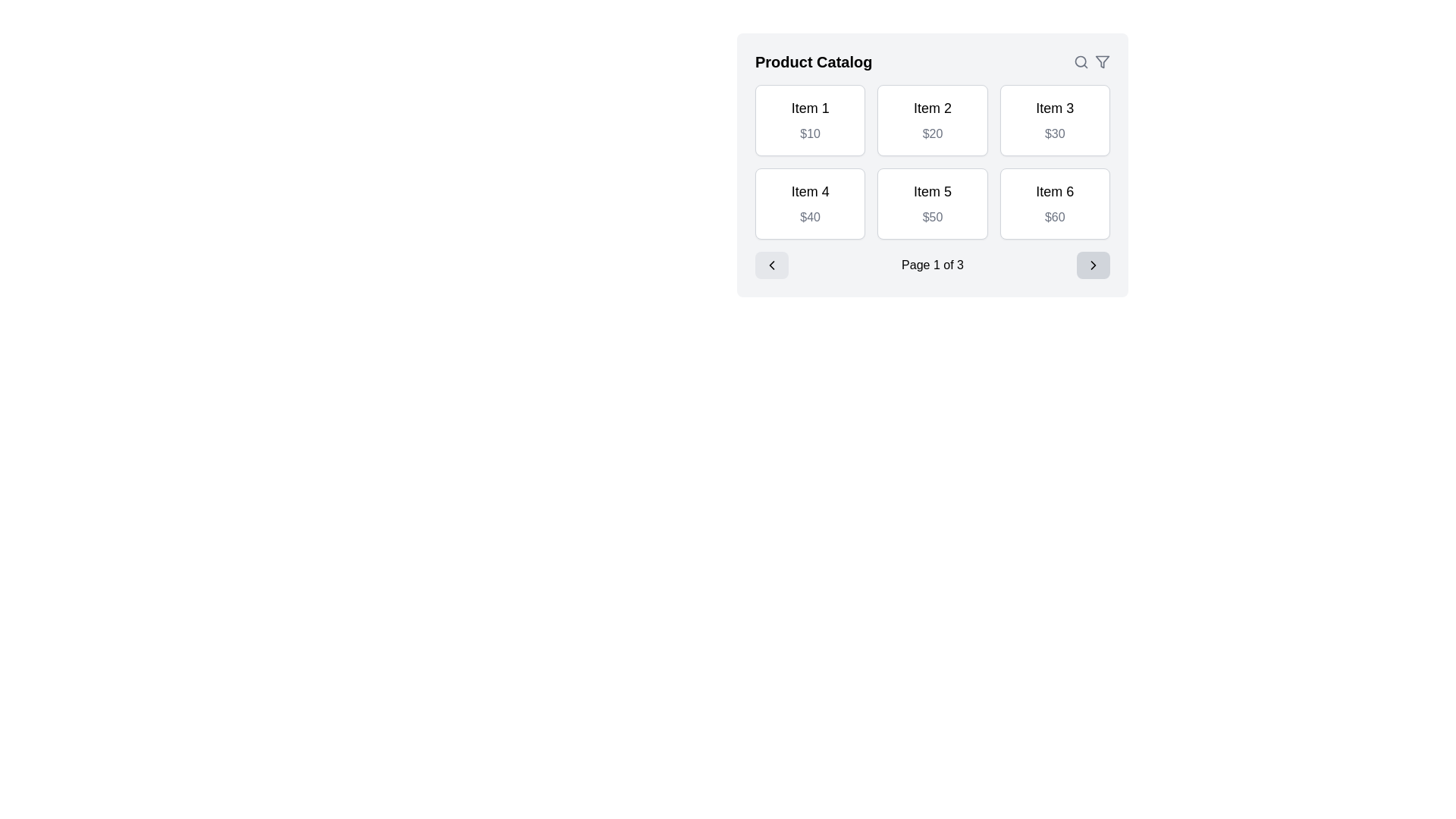  Describe the element at coordinates (813, 61) in the screenshot. I see `title text at the top left corner of the catalog interface to understand the context about the items and pricing displayed below` at that location.